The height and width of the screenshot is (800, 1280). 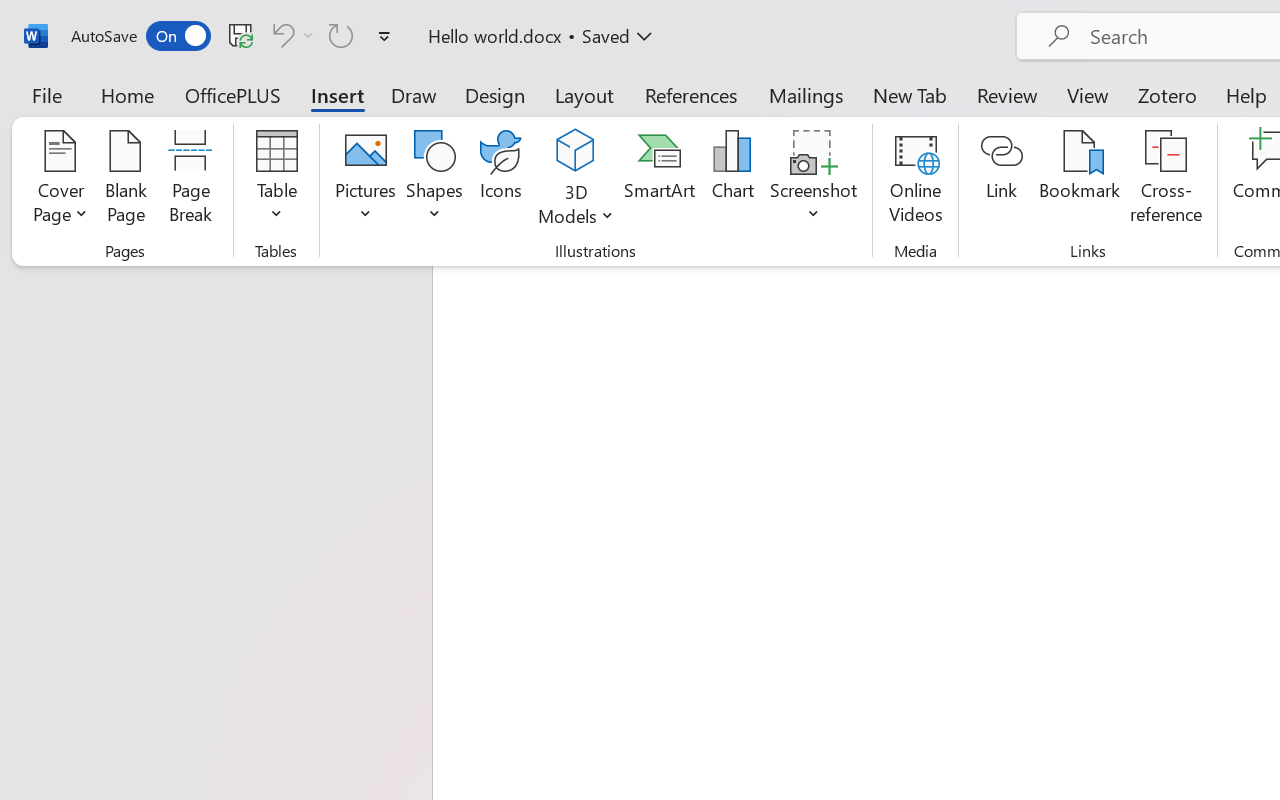 I want to click on 'Home', so click(x=127, y=94).